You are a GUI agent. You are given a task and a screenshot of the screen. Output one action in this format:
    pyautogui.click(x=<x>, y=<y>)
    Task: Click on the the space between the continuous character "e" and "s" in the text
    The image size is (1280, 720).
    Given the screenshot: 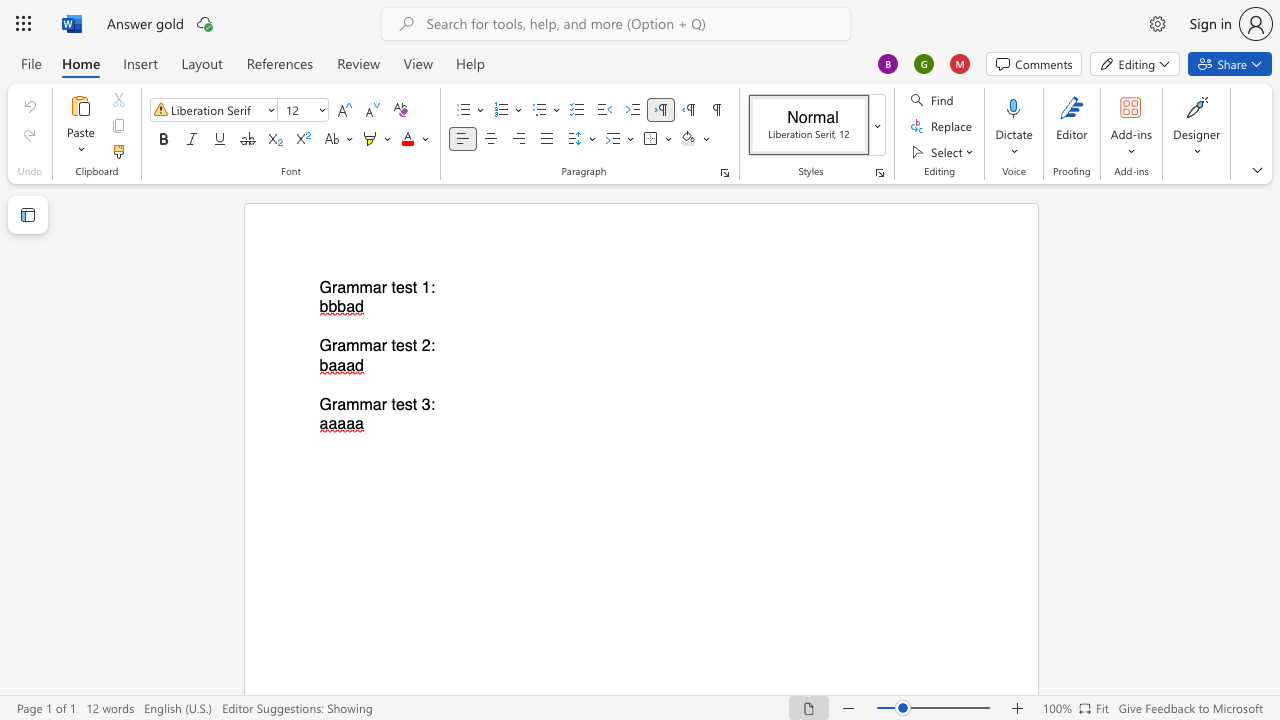 What is the action you would take?
    pyautogui.click(x=403, y=288)
    